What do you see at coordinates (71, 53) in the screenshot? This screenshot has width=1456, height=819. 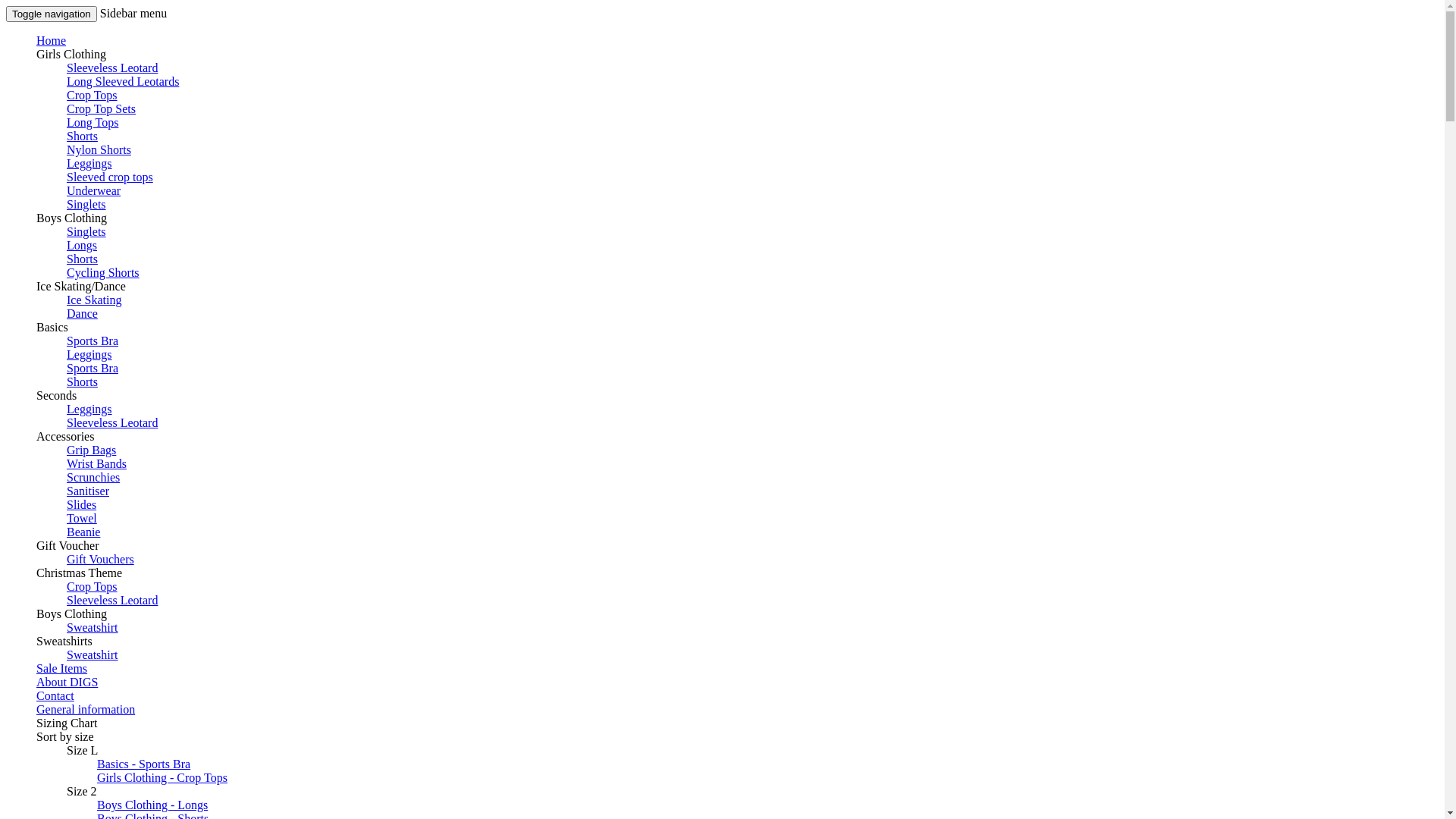 I see `'Girls Clothing'` at bounding box center [71, 53].